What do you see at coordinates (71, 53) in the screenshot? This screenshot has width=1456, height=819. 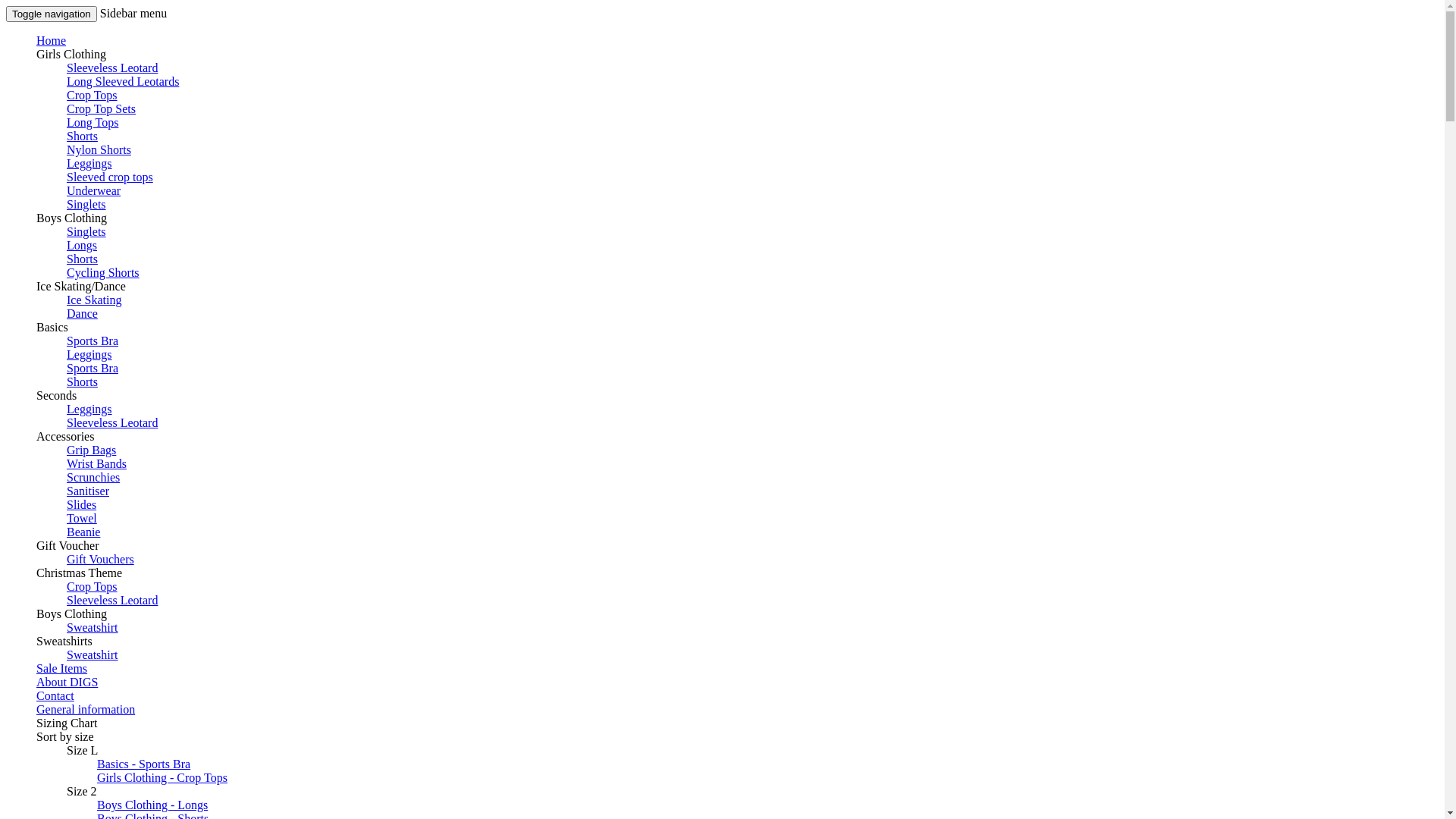 I see `'Girls Clothing'` at bounding box center [71, 53].